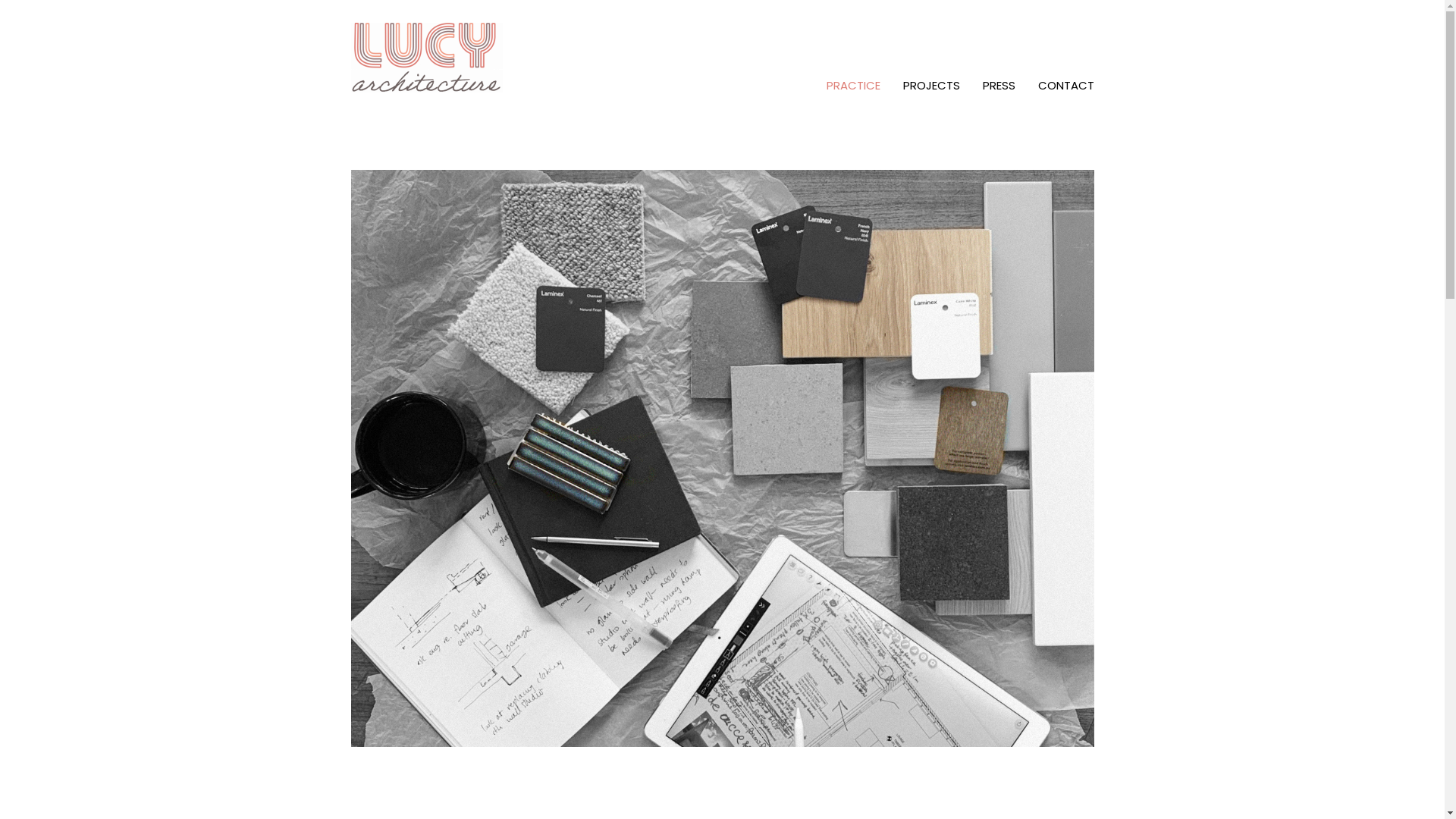  What do you see at coordinates (1065, 86) in the screenshot?
I see `'CONTACT'` at bounding box center [1065, 86].